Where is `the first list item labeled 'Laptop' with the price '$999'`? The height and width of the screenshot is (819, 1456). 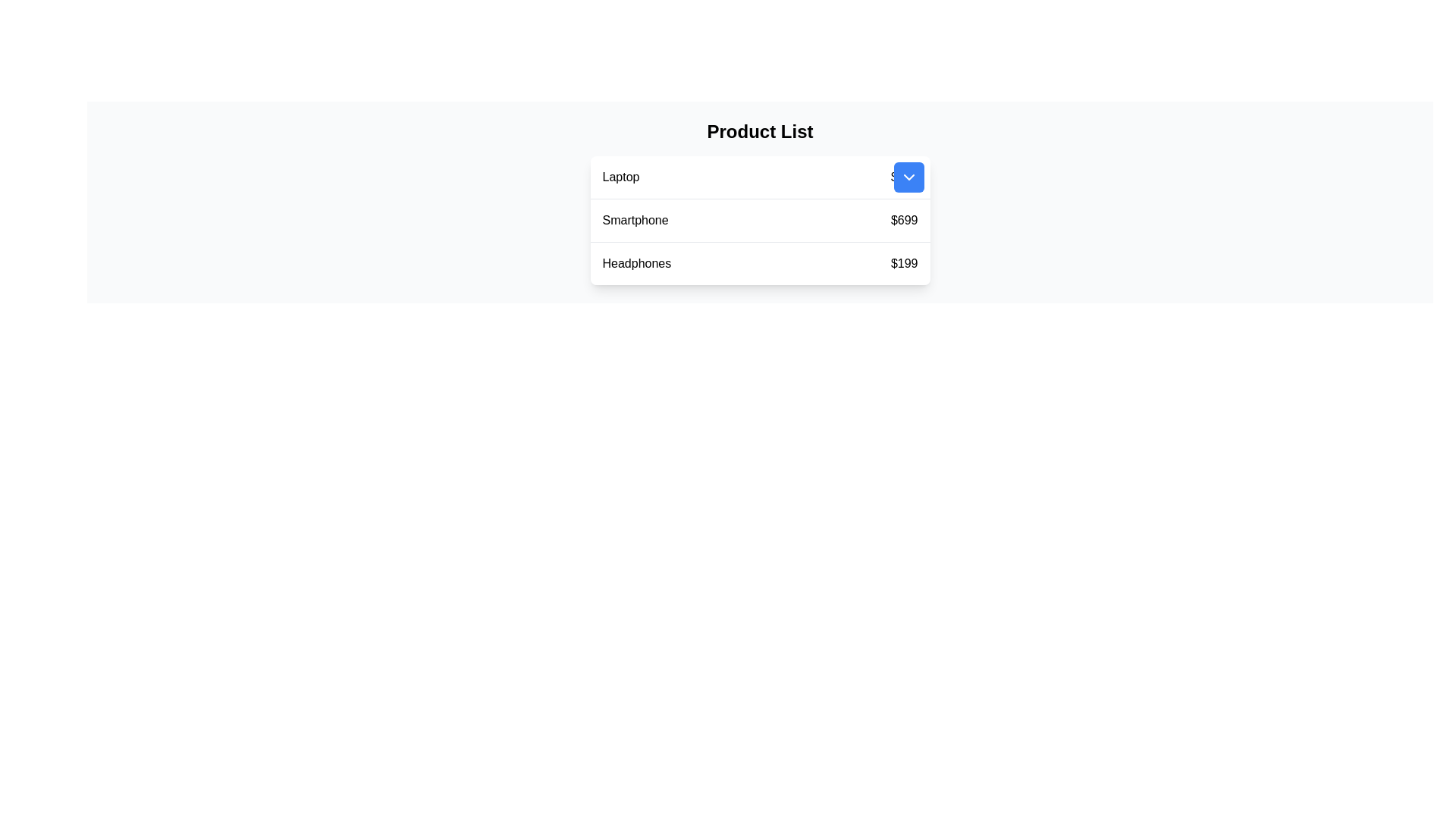 the first list item labeled 'Laptop' with the price '$999' is located at coordinates (760, 177).